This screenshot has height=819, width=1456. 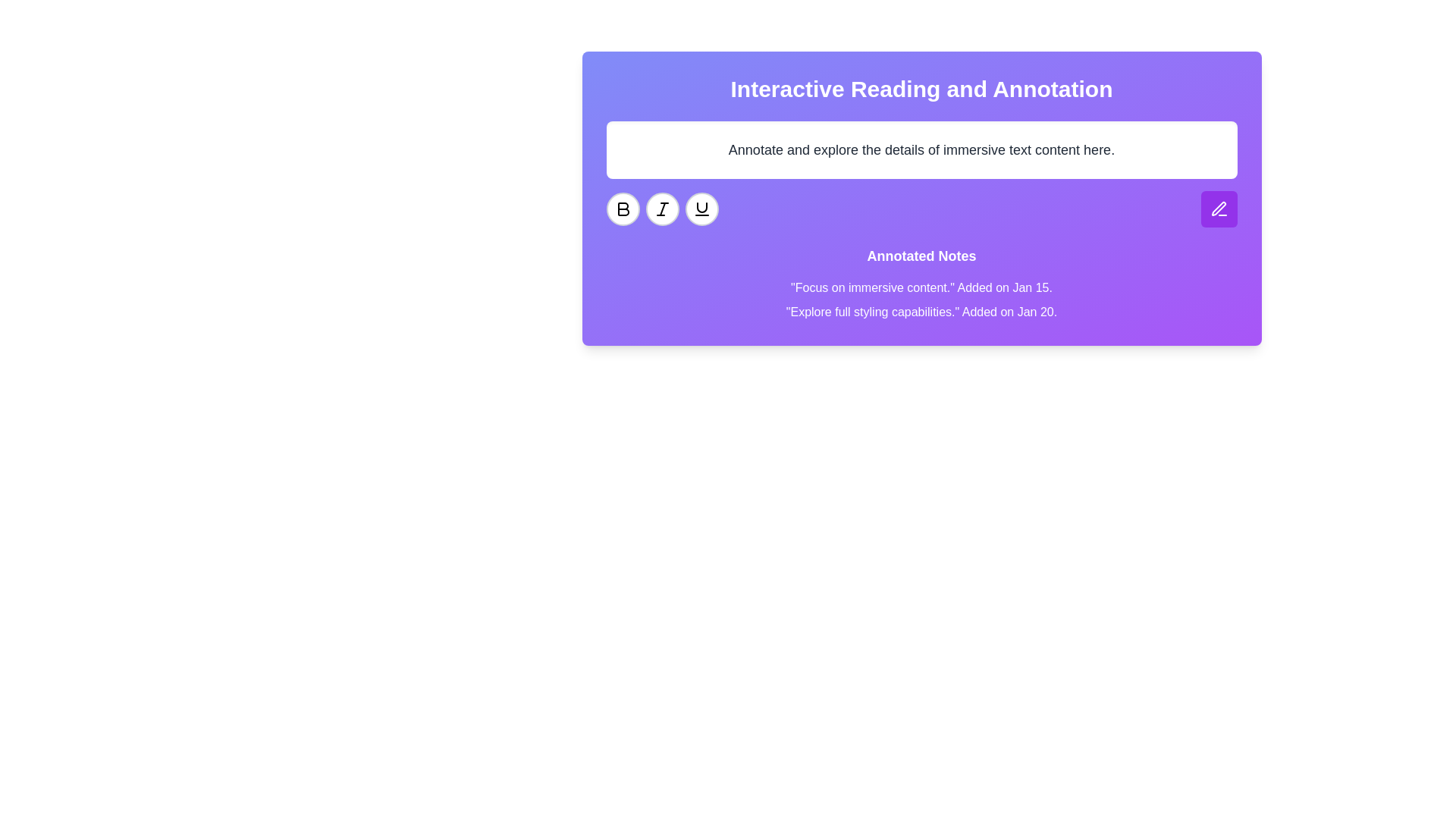 I want to click on the underline Icon button, which is the fourth button in the horizontal toolbar beneath the input field, so click(x=701, y=209).